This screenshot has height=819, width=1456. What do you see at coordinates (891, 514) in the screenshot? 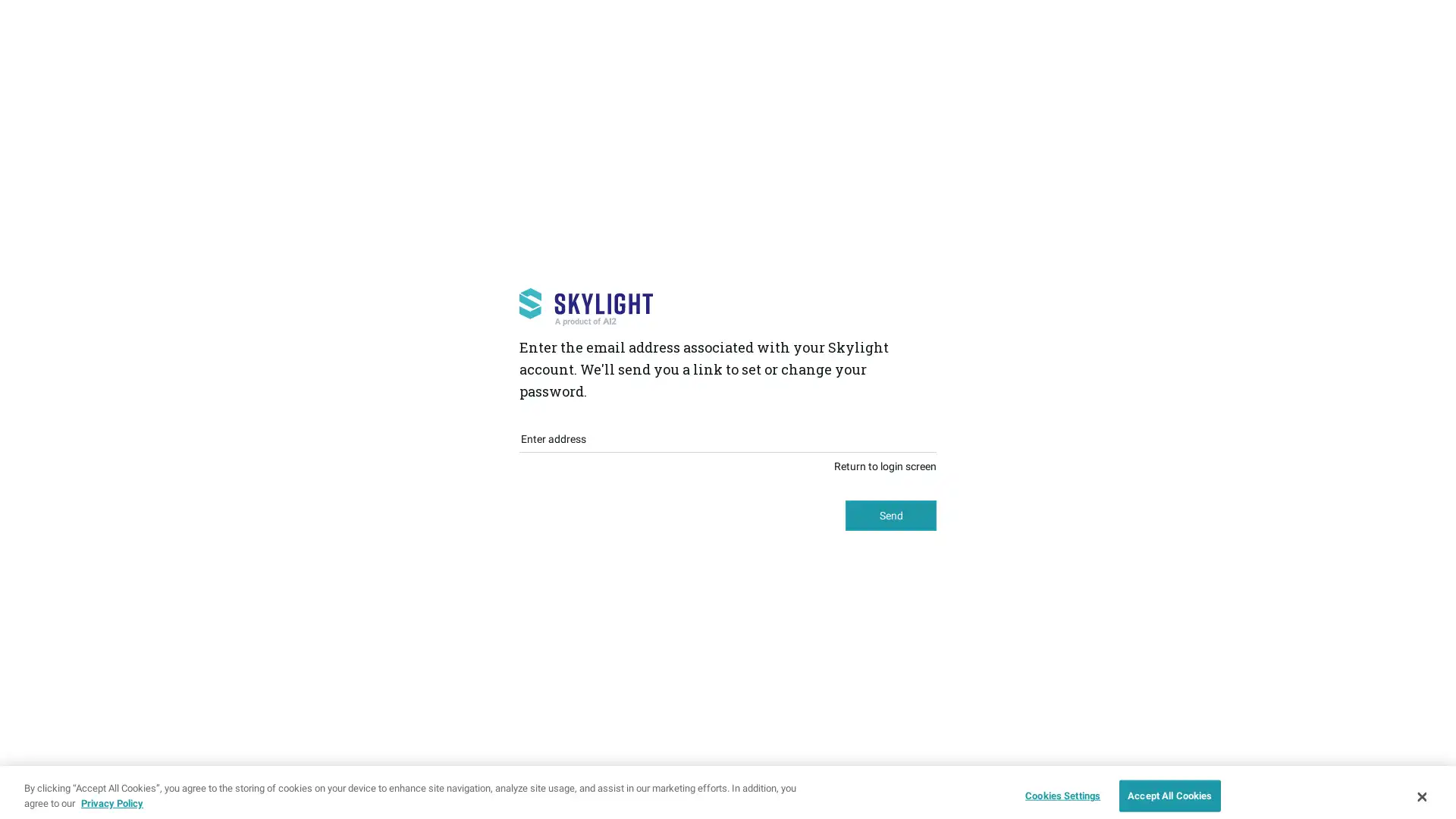
I see `Send` at bounding box center [891, 514].